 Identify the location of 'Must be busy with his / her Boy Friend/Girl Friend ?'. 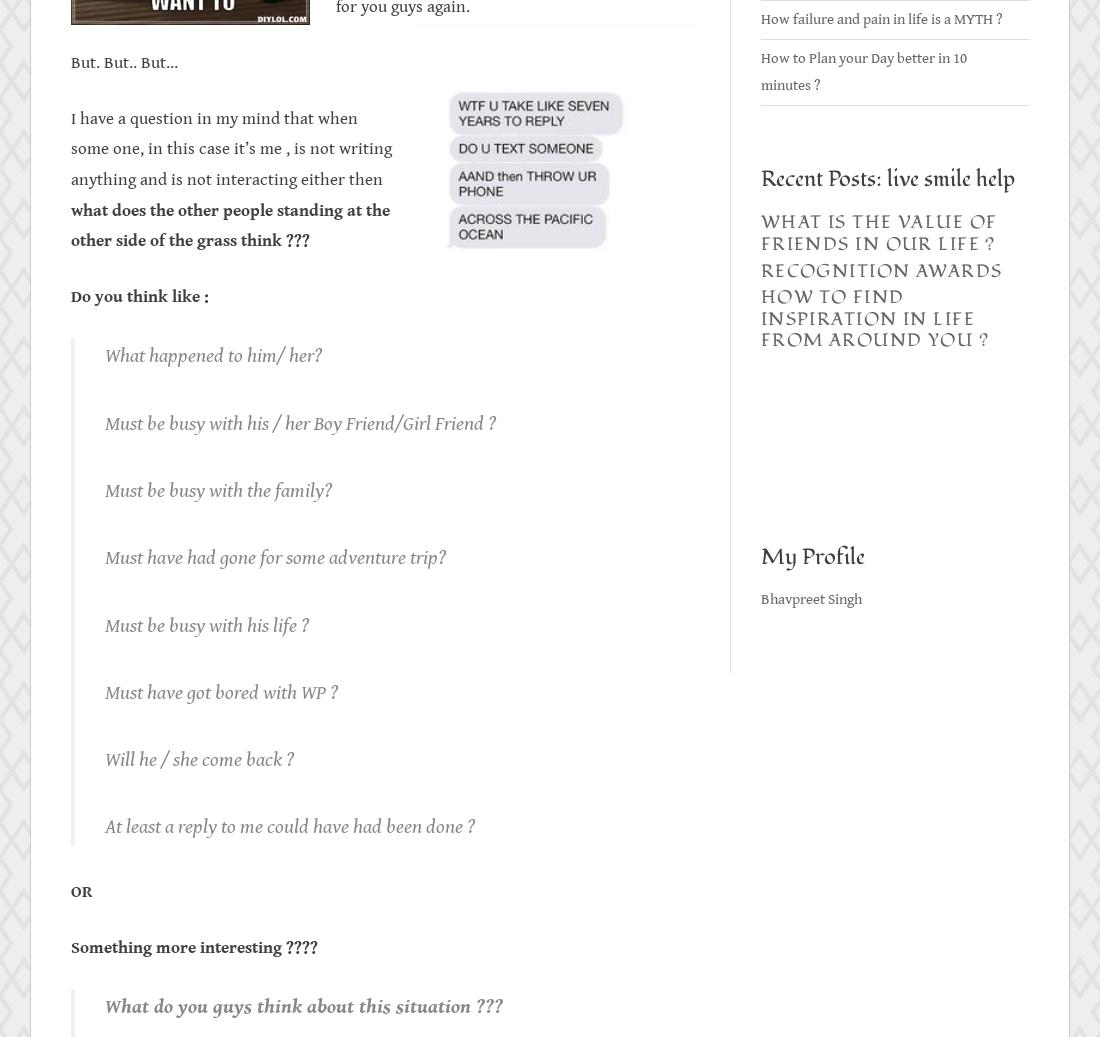
(105, 421).